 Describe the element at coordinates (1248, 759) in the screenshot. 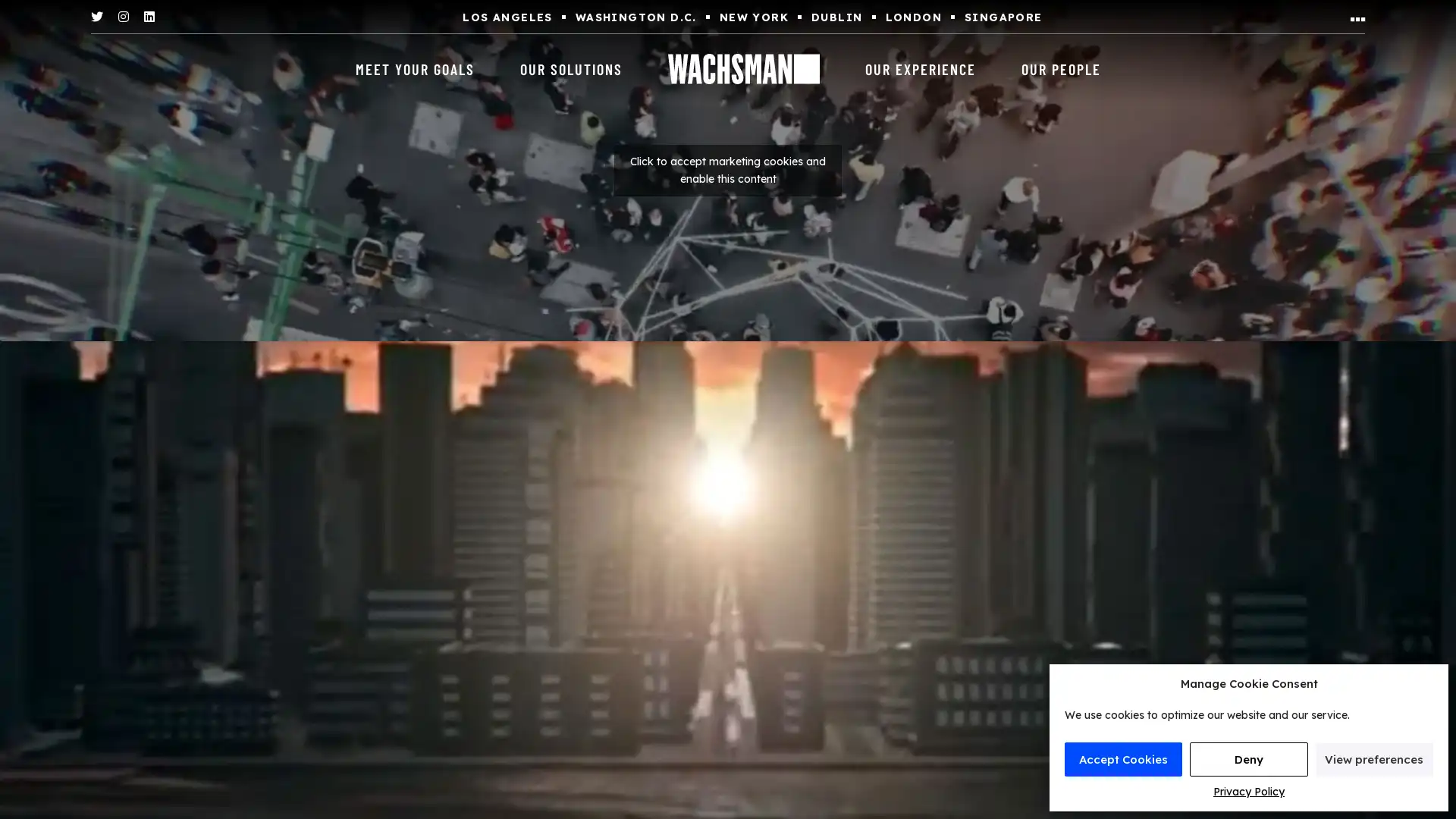

I see `Deny` at that location.